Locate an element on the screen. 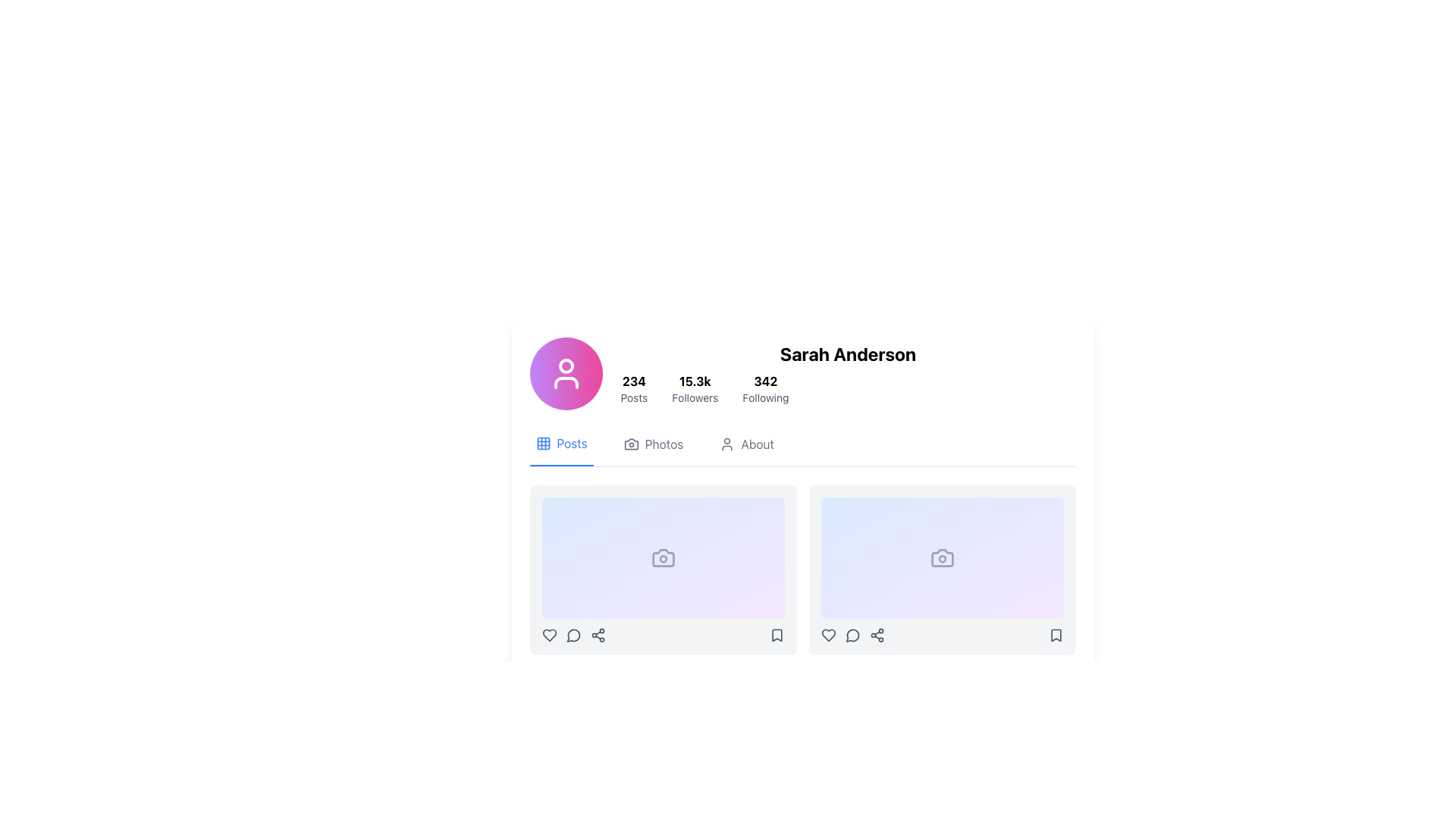 Image resolution: width=1456 pixels, height=819 pixels. the leftmost navigation button labeled 'Posts' is located at coordinates (560, 450).